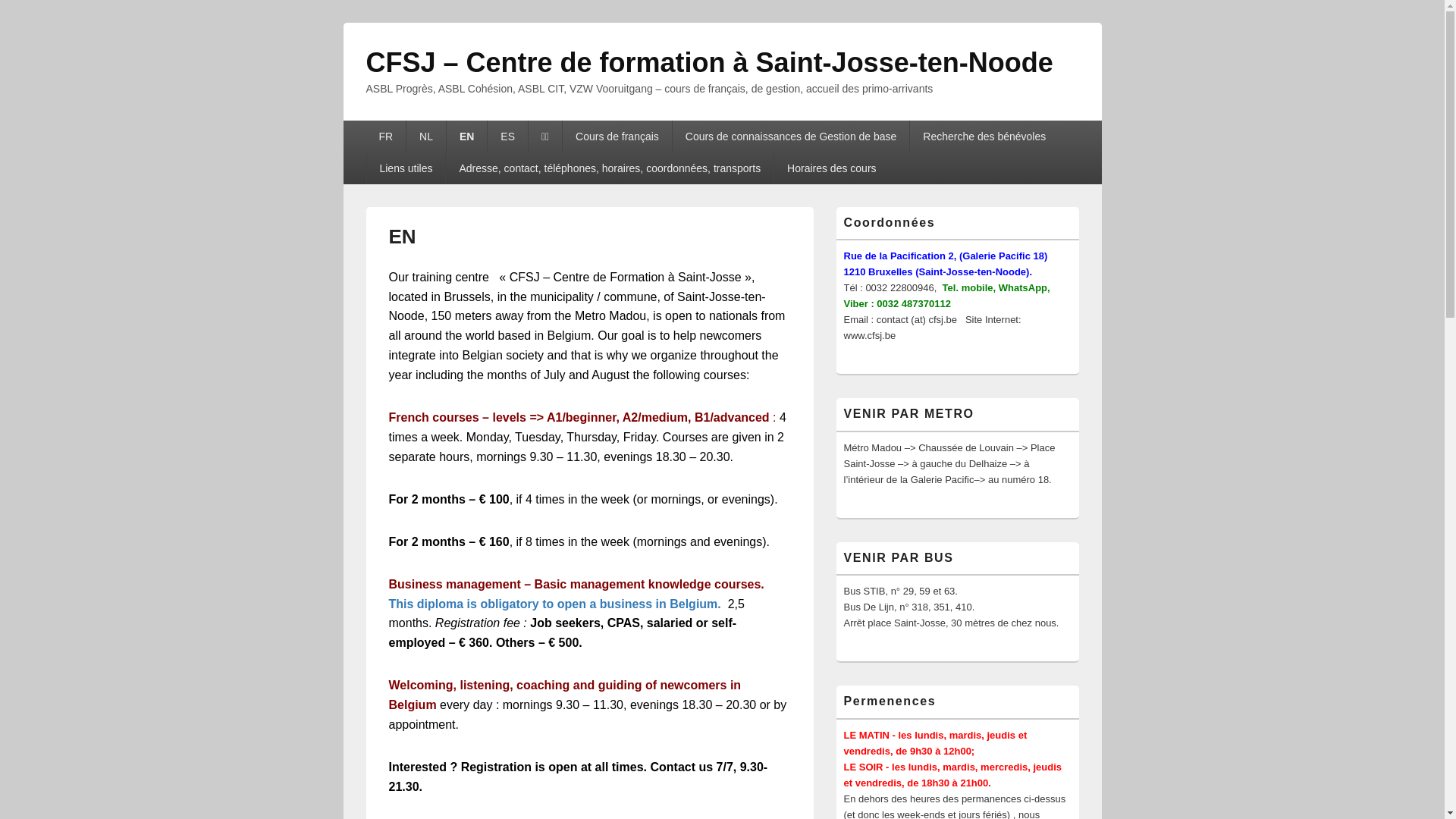 This screenshot has width=1456, height=819. Describe the element at coordinates (553, 603) in the screenshot. I see `'This diploma is obligatory to open a business in Belgium.'` at that location.